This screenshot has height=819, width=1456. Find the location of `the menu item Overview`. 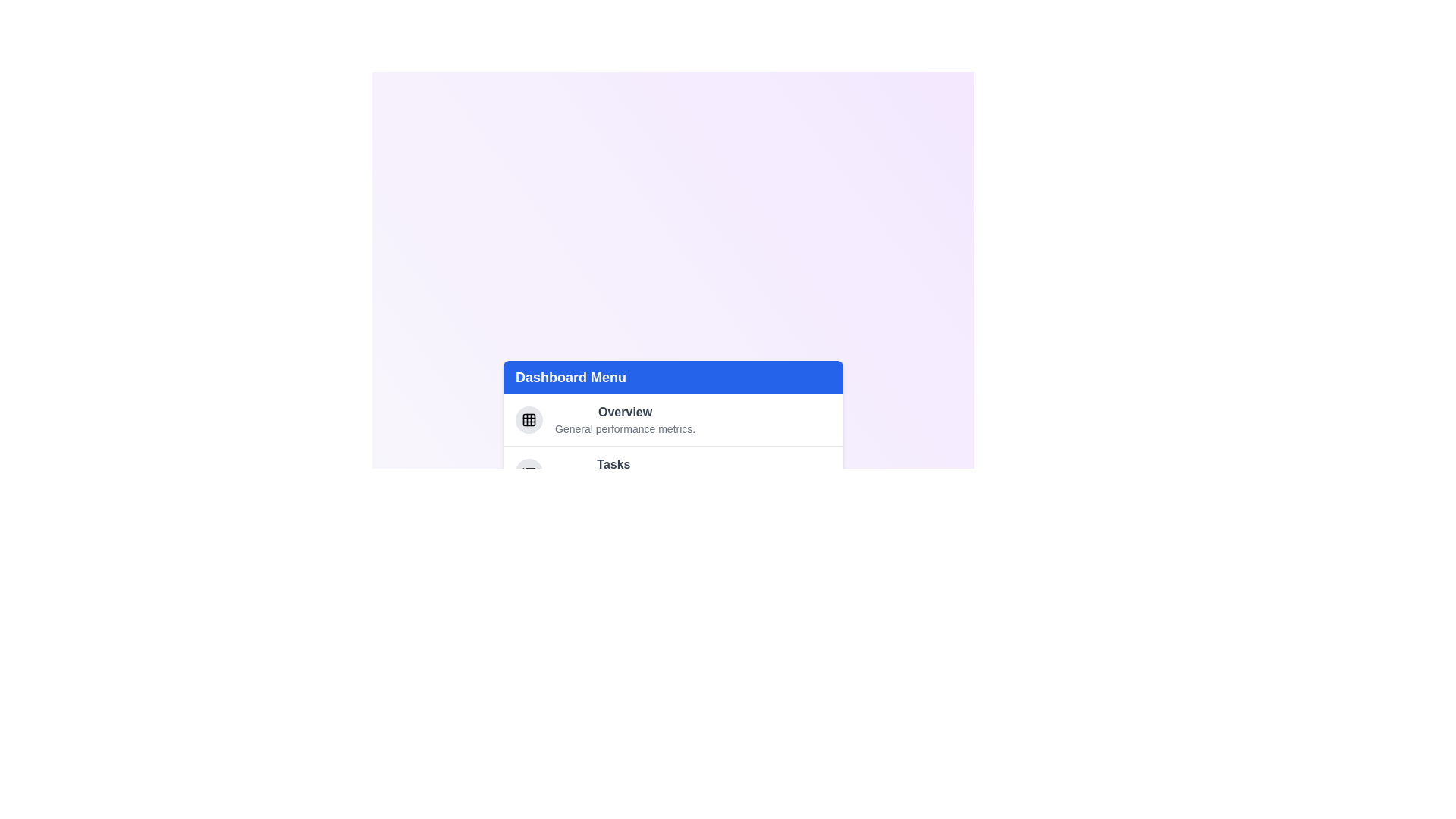

the menu item Overview is located at coordinates (625, 412).